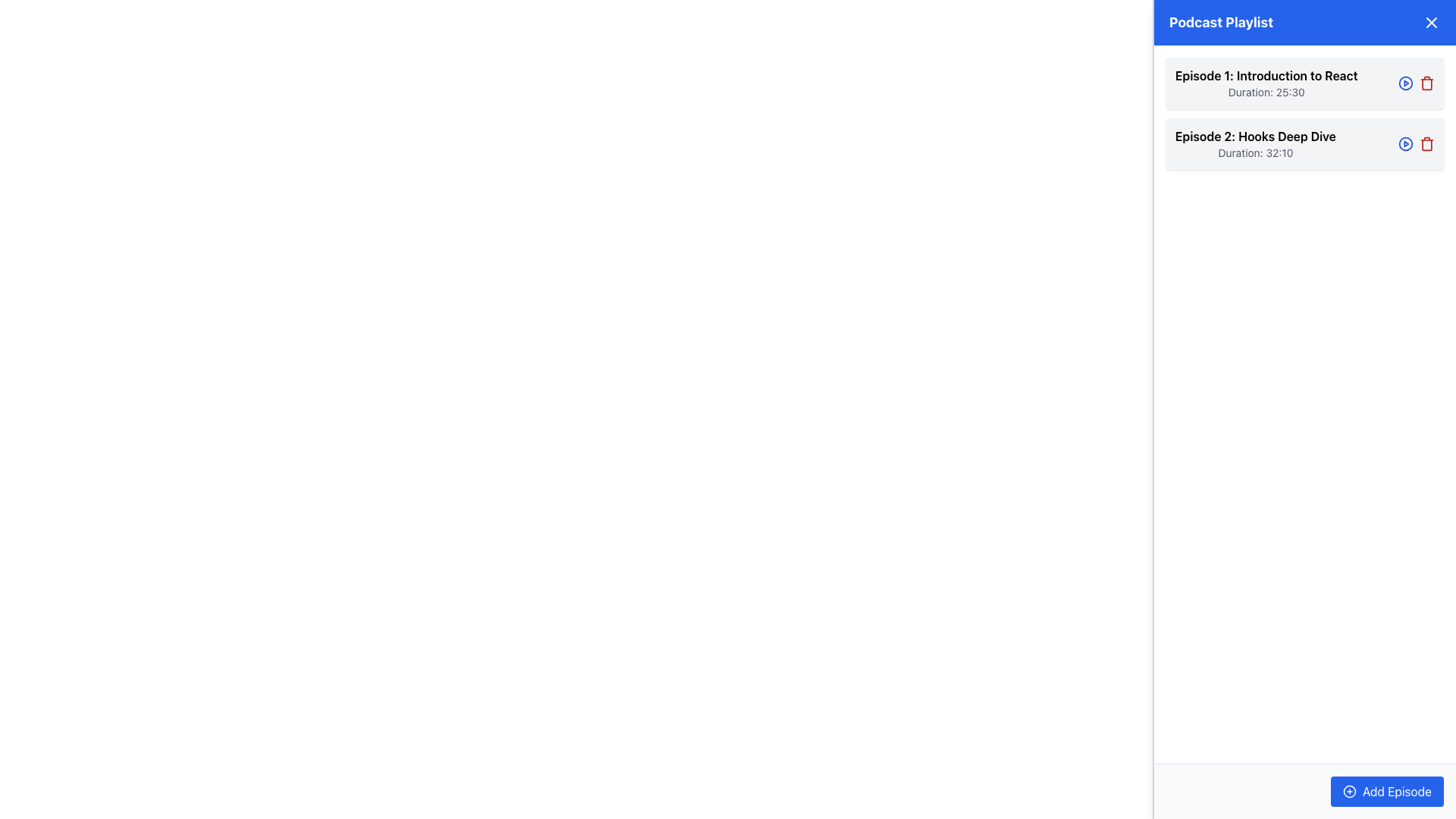 The width and height of the screenshot is (1456, 819). Describe the element at coordinates (1266, 93) in the screenshot. I see `the text label displaying 'Duration: 25:30', which is styled in gray and located beneath the title 'Episode 1: Introduction to React' in the first entry of the episode list` at that location.